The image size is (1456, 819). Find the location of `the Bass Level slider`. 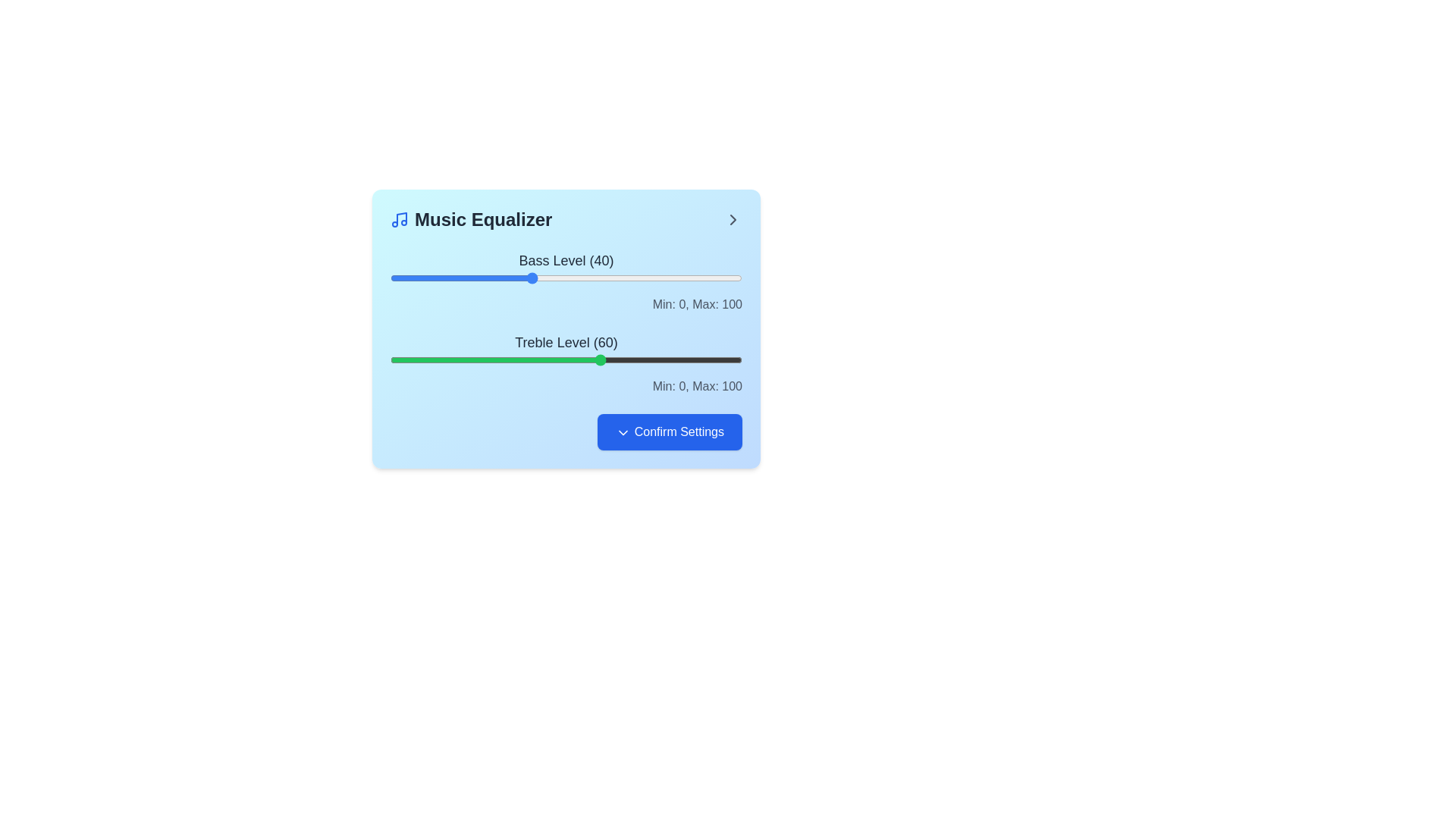

the Bass Level slider is located at coordinates (555, 278).